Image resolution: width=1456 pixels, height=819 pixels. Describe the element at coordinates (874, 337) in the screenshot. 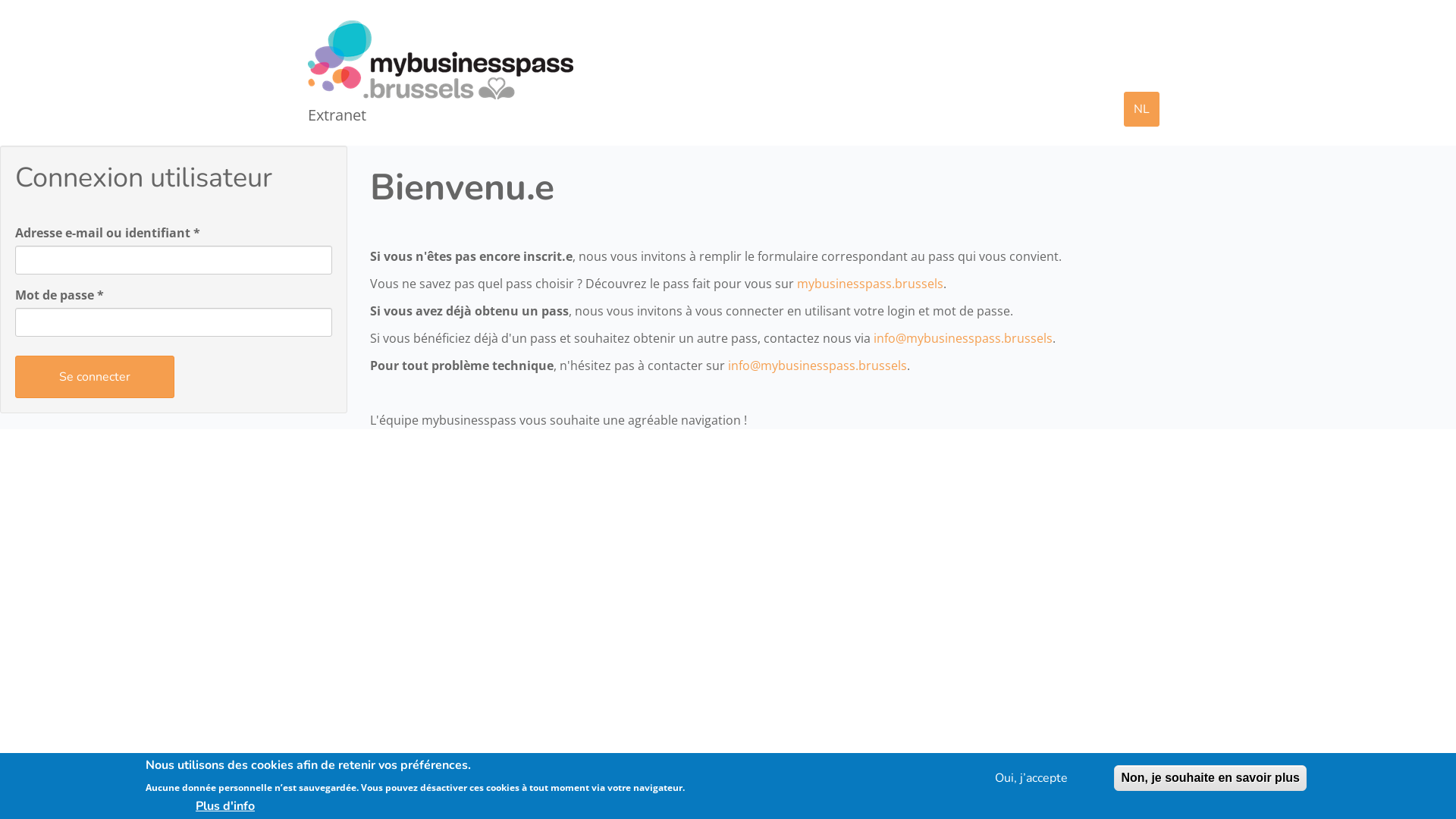

I see `'info@mybusinesspass.brussels'` at that location.